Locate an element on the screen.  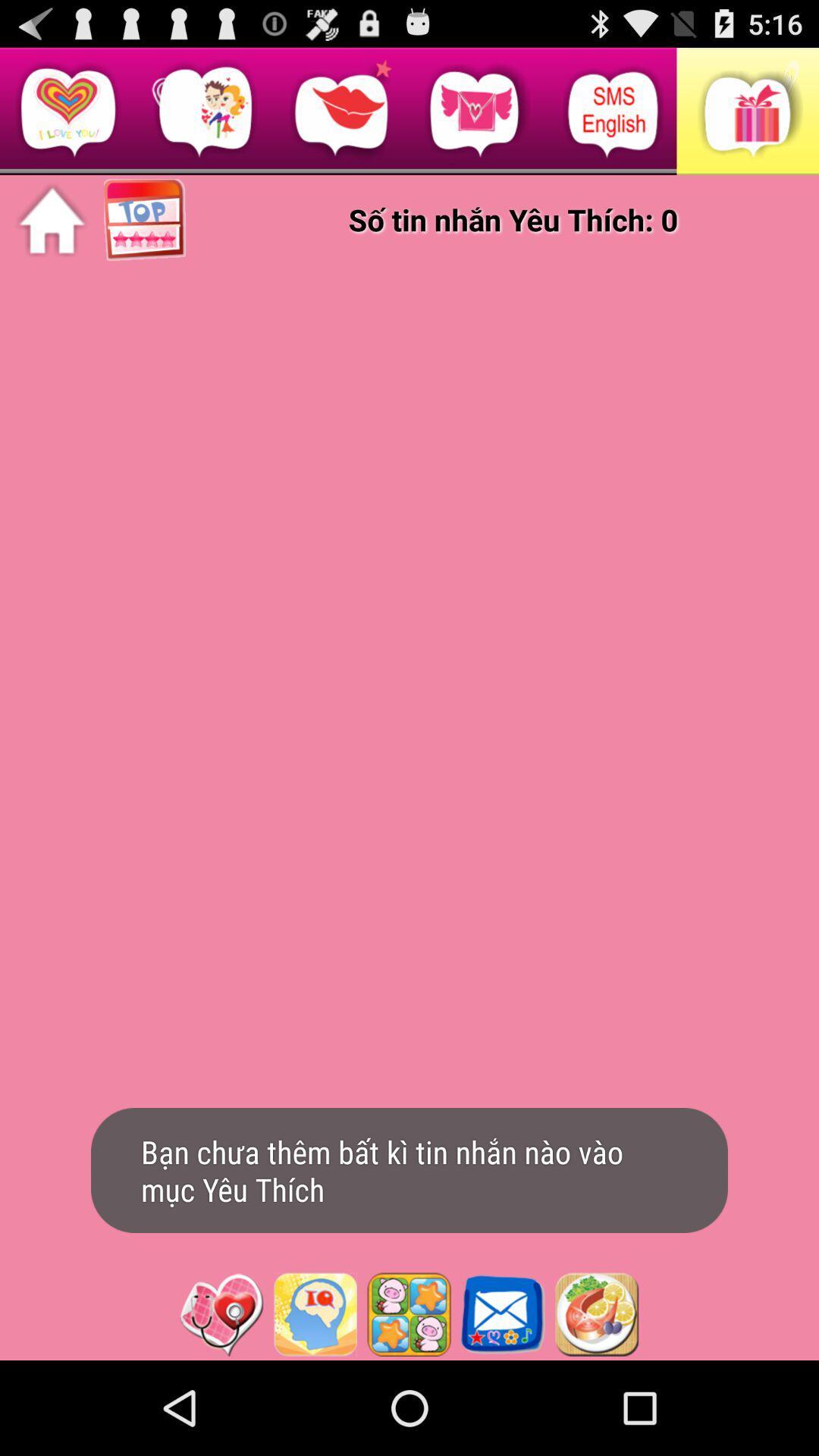
open new app is located at coordinates (314, 1313).